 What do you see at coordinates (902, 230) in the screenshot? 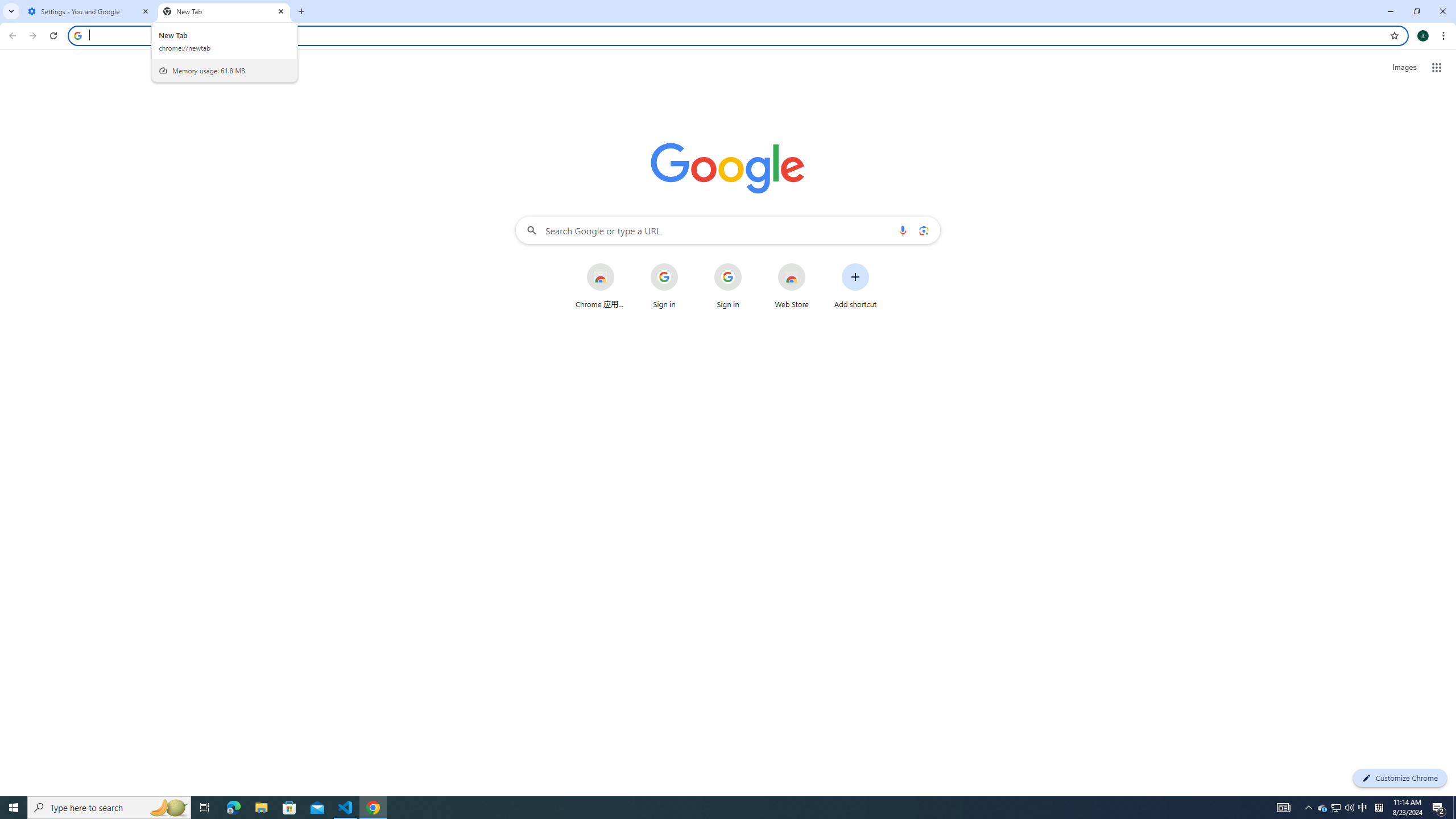
I see `'Search by voice'` at bounding box center [902, 230].